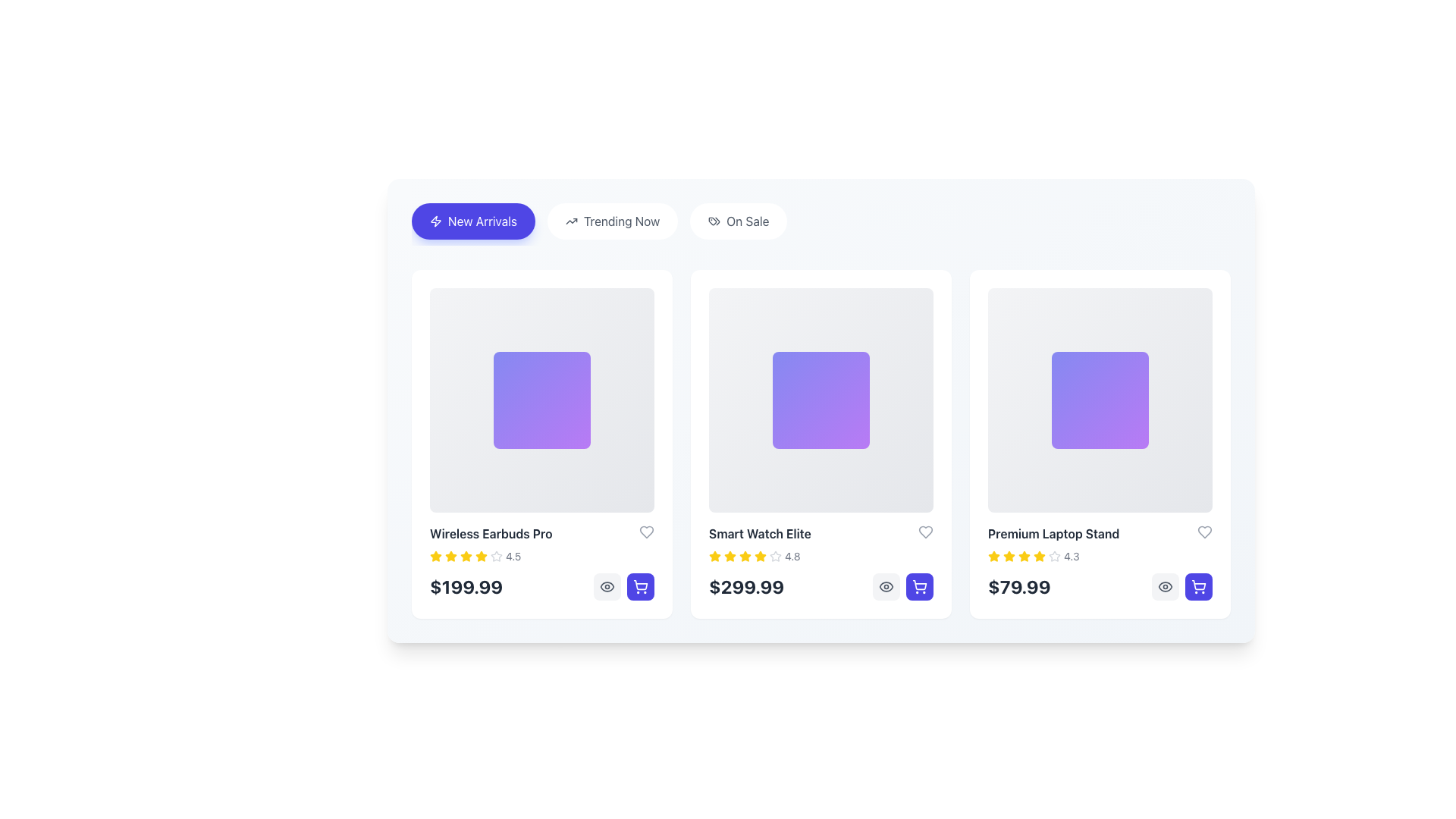  I want to click on the preview button for the product 'Wireless Earbuds Pro' located below the product card, which is the first button in a horizontal list of interactive buttons, so click(607, 586).